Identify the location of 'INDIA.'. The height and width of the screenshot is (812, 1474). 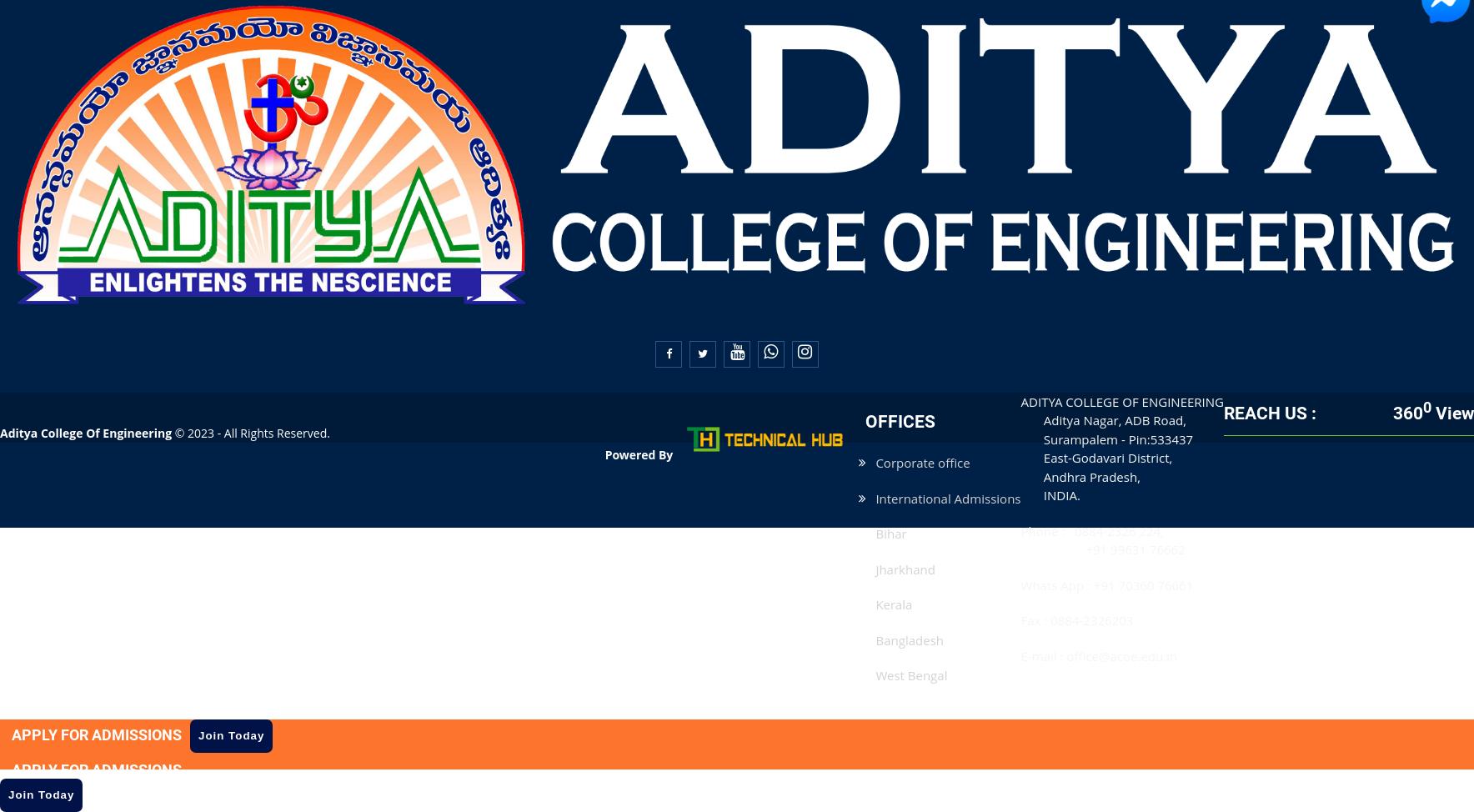
(1050, 494).